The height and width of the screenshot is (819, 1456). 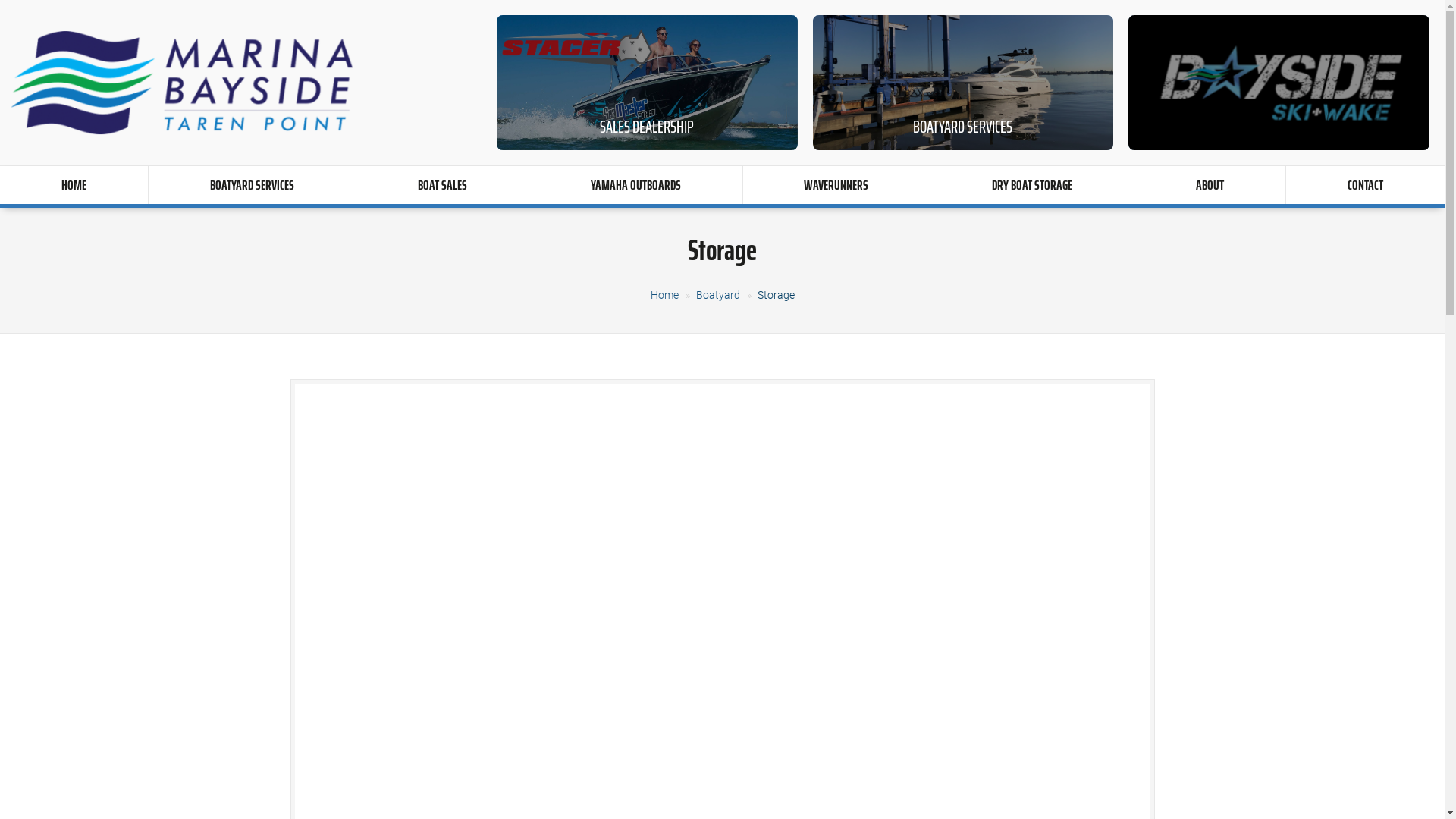 What do you see at coordinates (742, 184) in the screenshot?
I see `'WAVERUNNERS'` at bounding box center [742, 184].